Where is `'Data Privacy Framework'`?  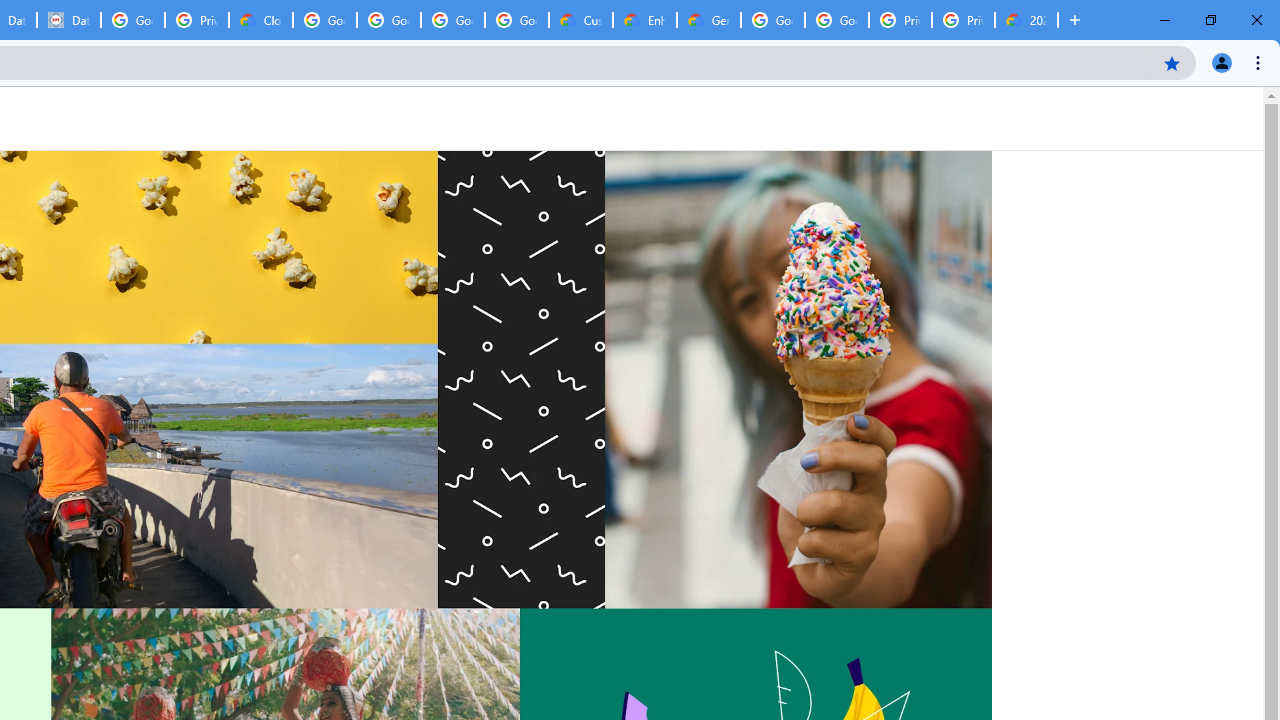
'Data Privacy Framework' is located at coordinates (69, 20).